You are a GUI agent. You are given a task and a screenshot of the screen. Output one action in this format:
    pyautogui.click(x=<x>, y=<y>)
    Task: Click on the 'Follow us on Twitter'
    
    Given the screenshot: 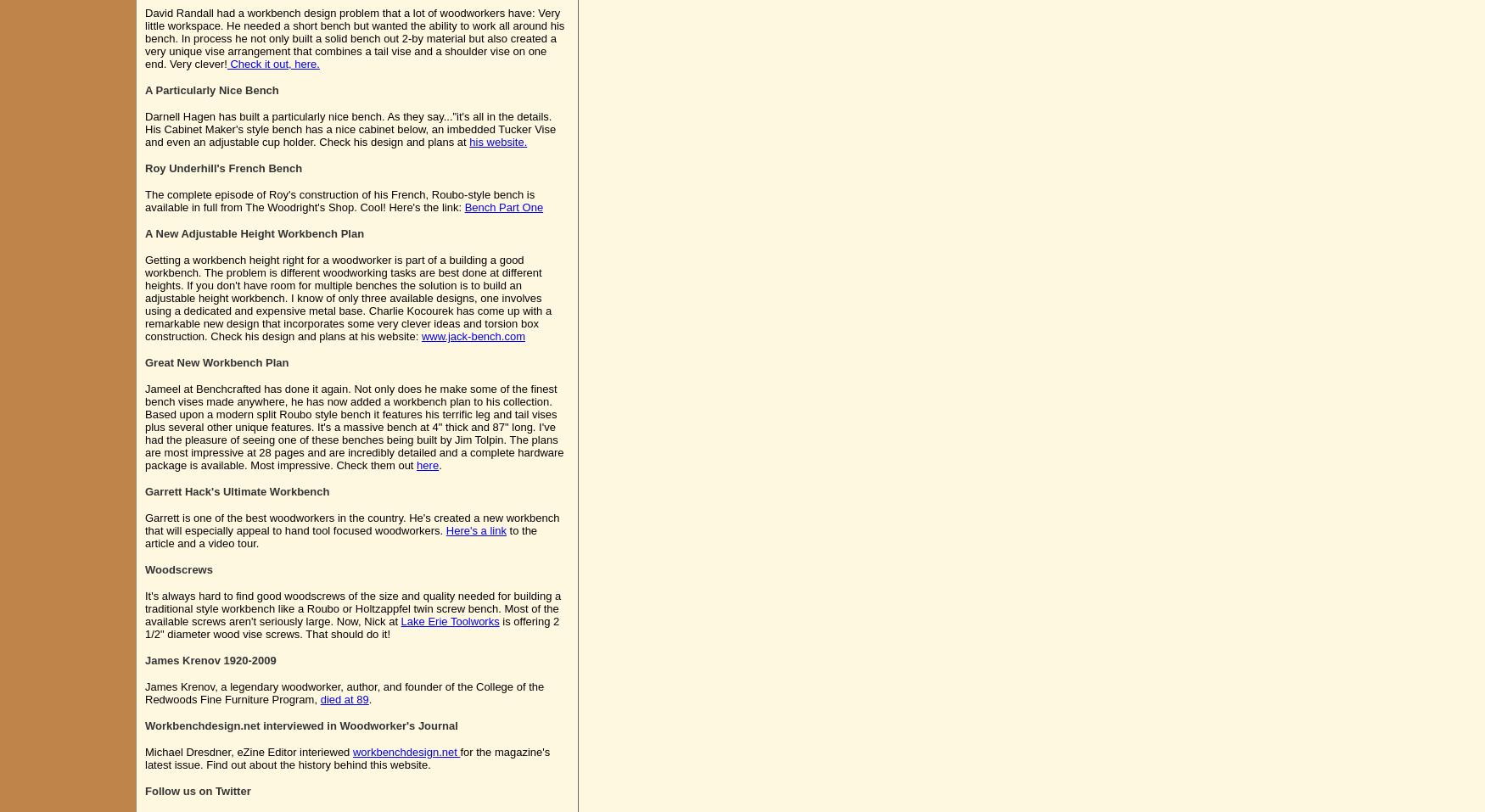 What is the action you would take?
    pyautogui.click(x=197, y=791)
    